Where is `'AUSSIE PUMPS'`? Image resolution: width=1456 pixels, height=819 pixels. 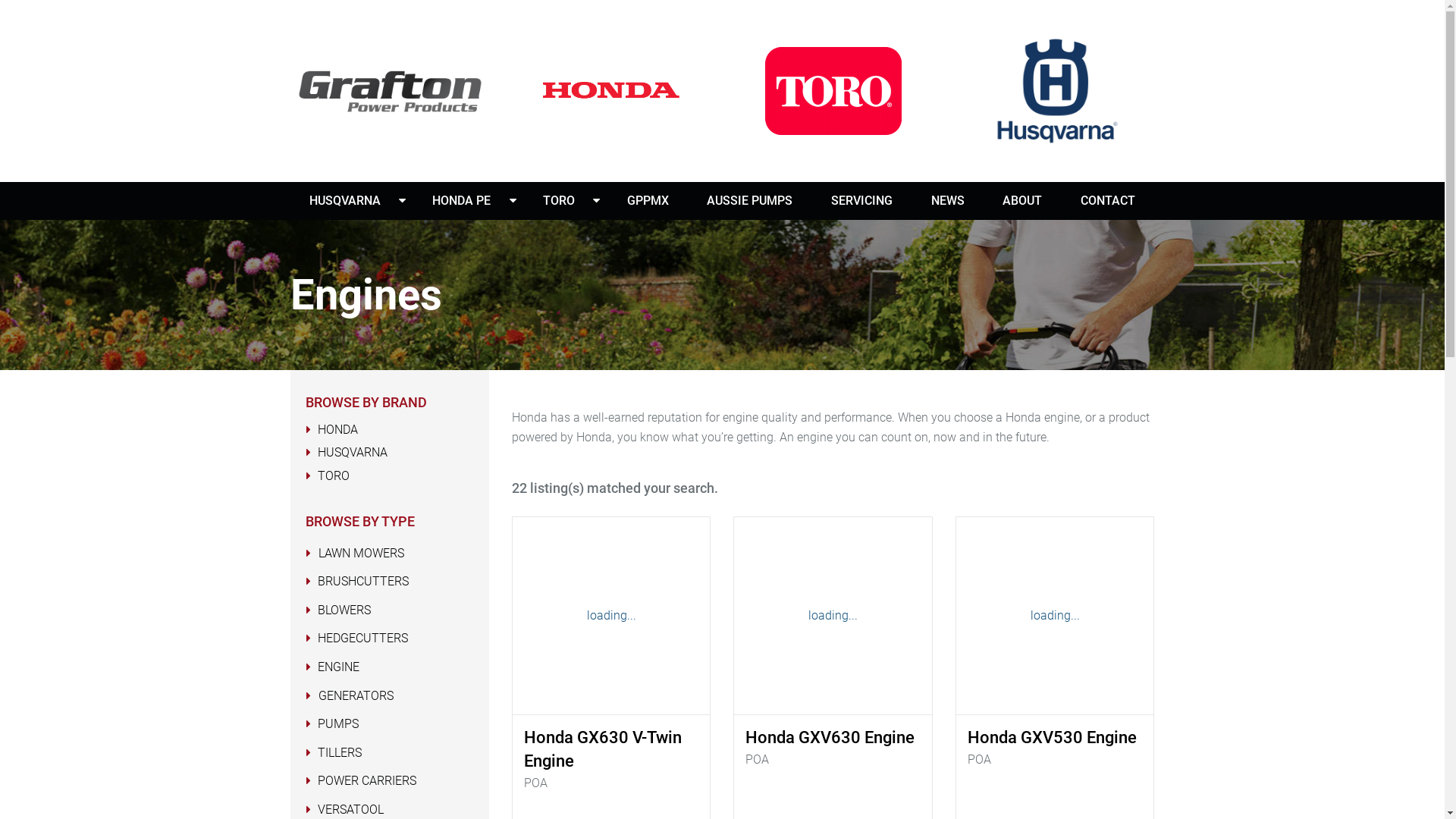 'AUSSIE PUMPS' is located at coordinates (749, 200).